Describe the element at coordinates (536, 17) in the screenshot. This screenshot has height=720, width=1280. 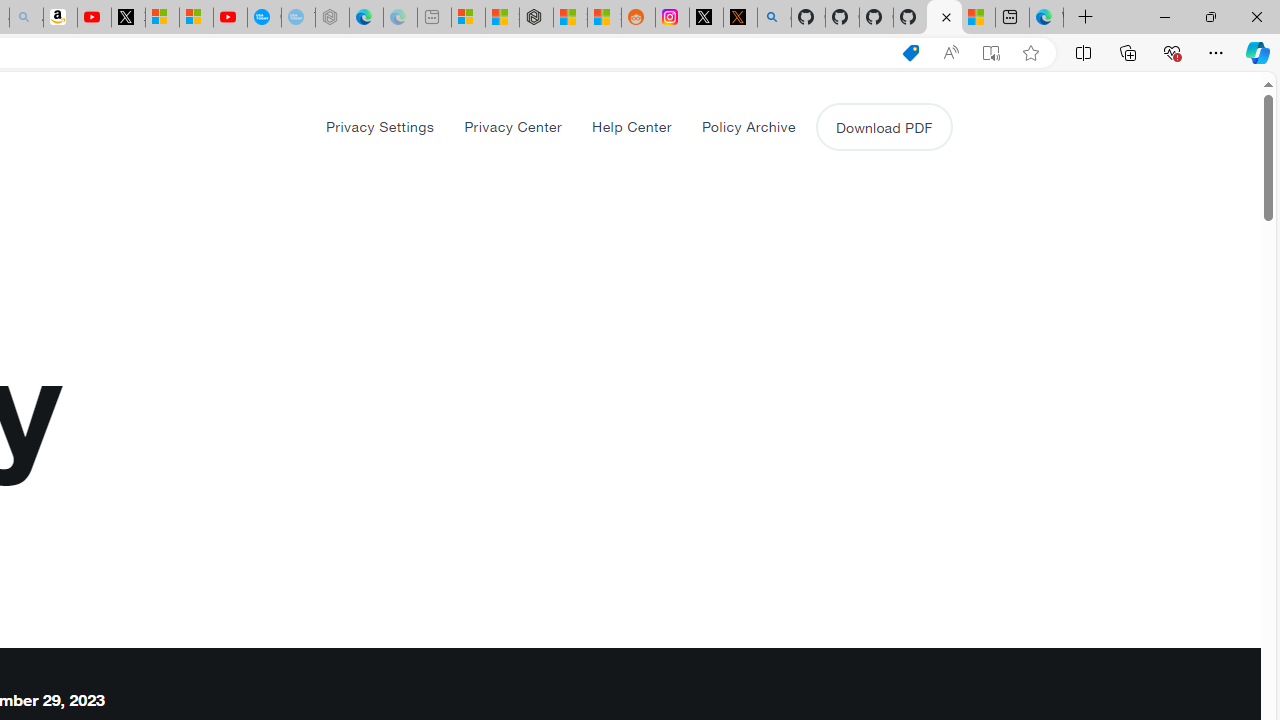
I see `'Nordace - Duffels'` at that location.